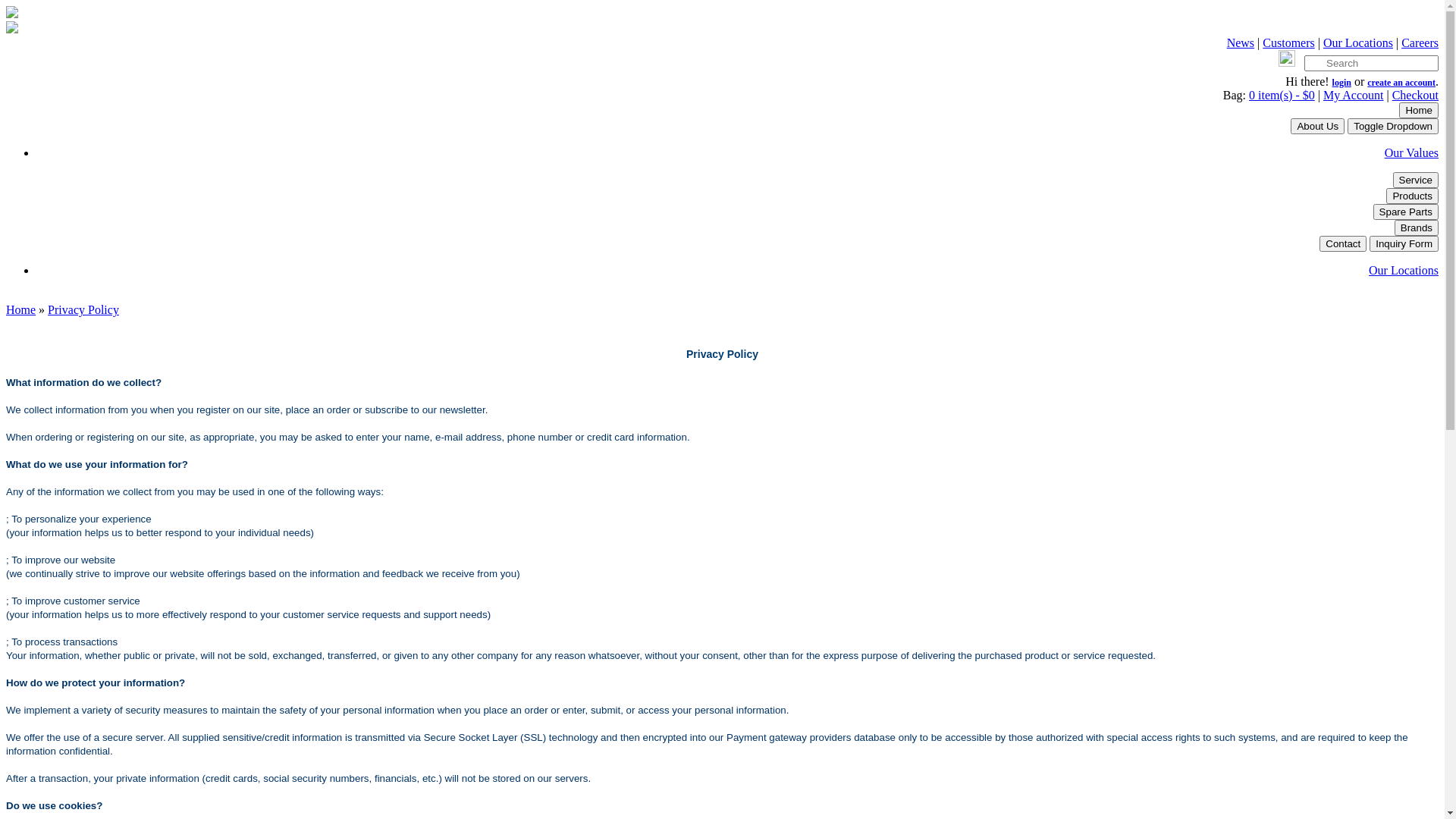  What do you see at coordinates (1403, 243) in the screenshot?
I see `'Inquiry Form'` at bounding box center [1403, 243].